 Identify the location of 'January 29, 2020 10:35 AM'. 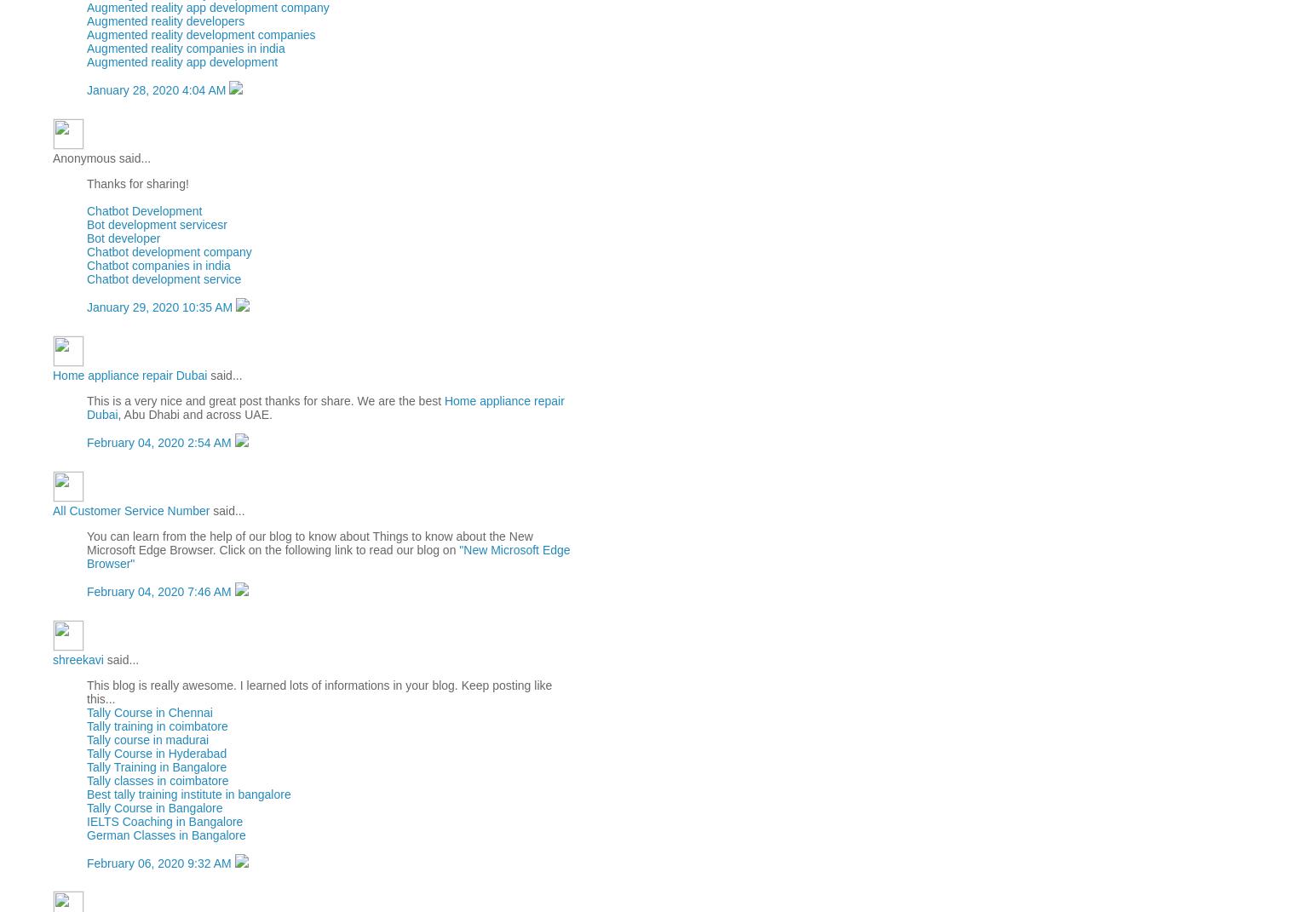
(85, 307).